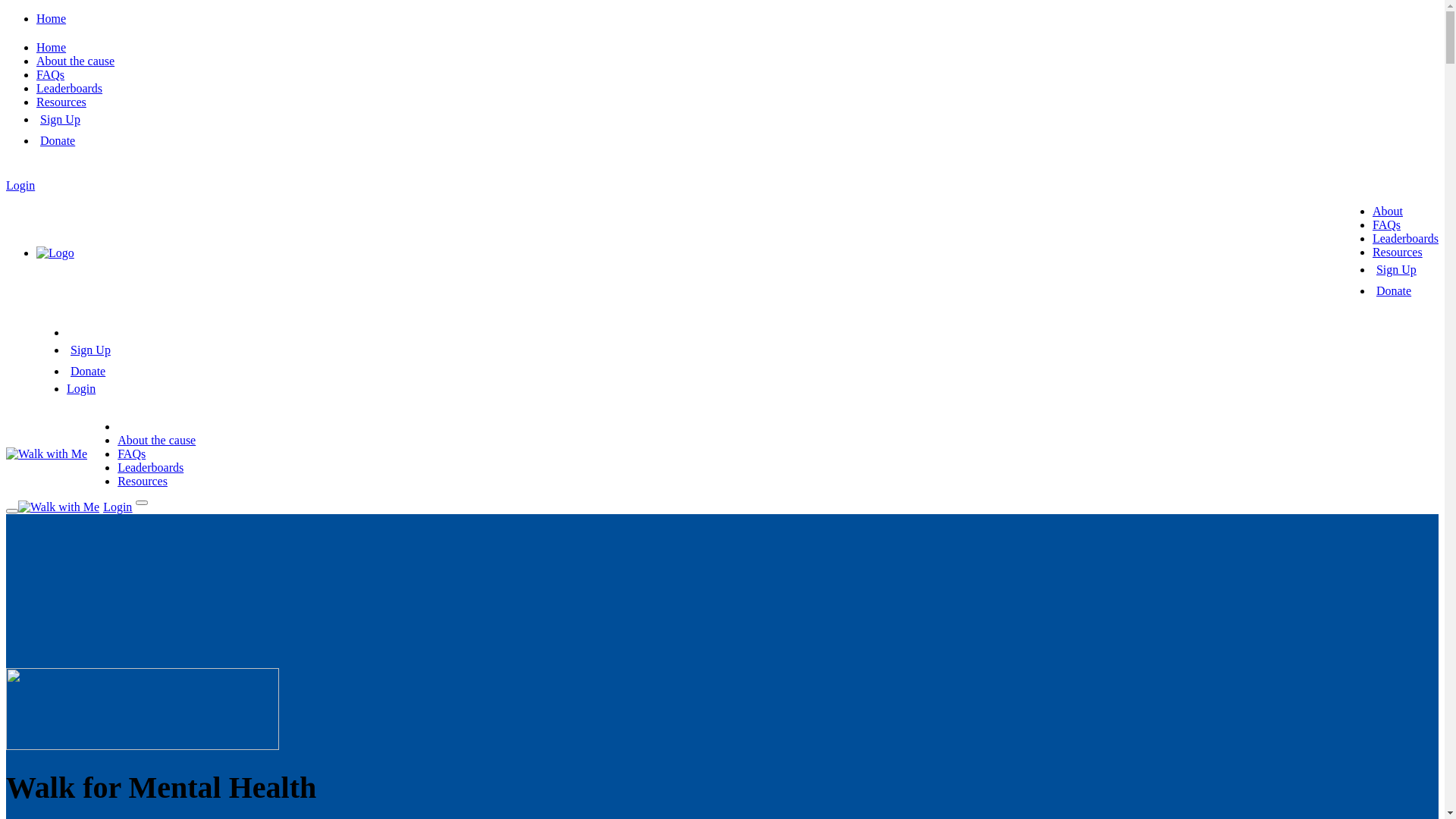  What do you see at coordinates (89, 350) in the screenshot?
I see `'Sign Up'` at bounding box center [89, 350].